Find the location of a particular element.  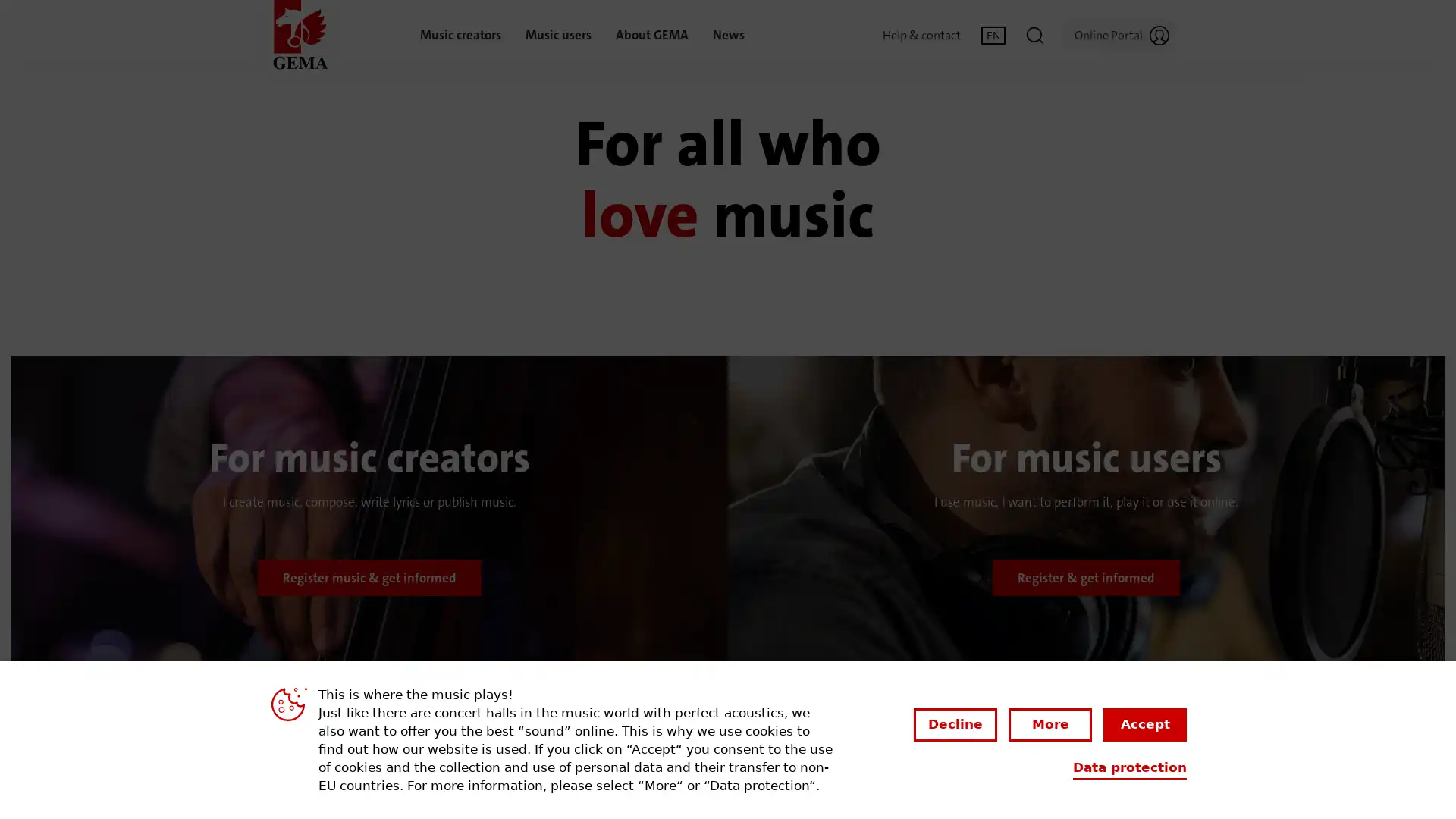

More is located at coordinates (1050, 723).